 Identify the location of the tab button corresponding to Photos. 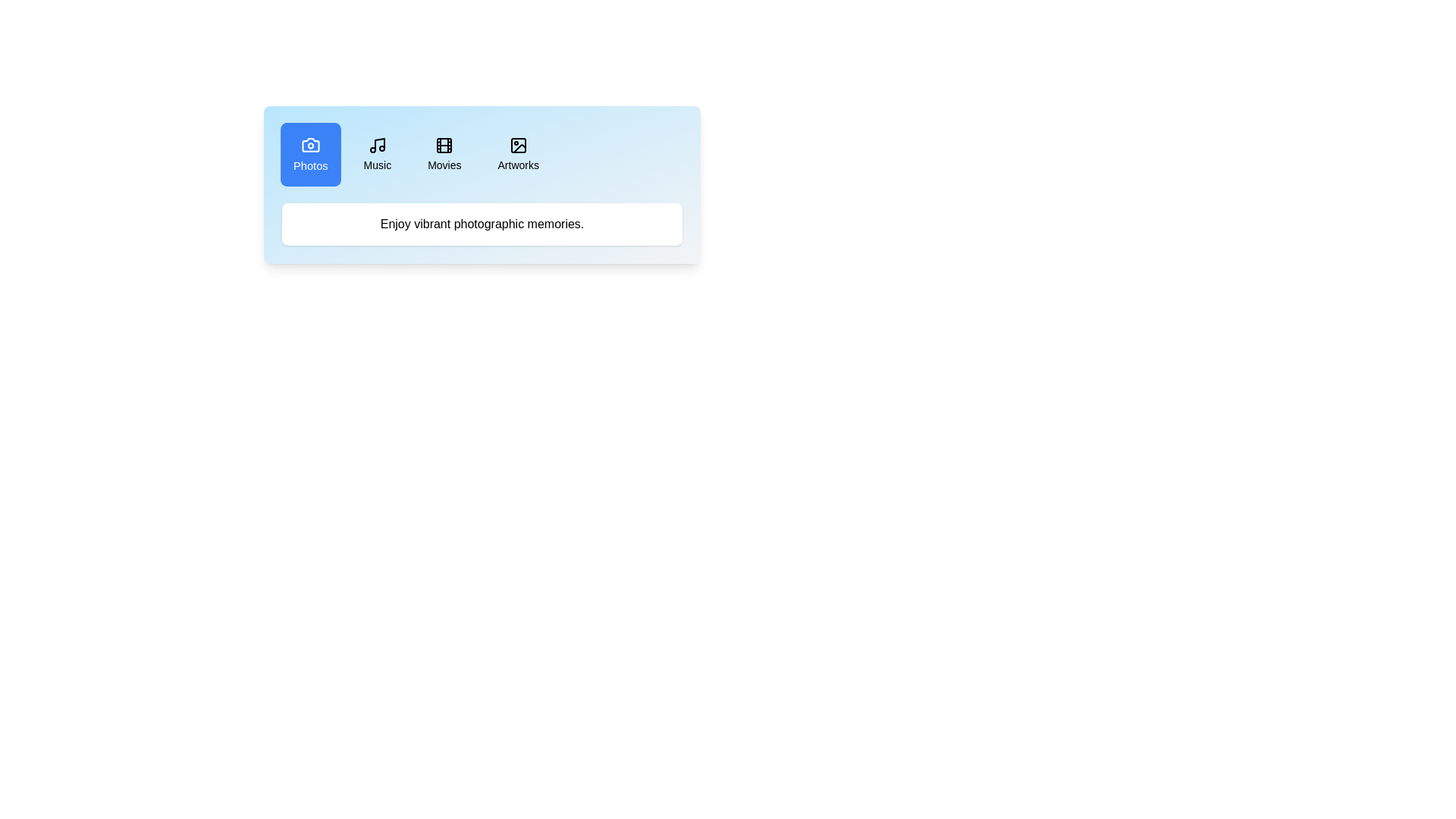
(309, 155).